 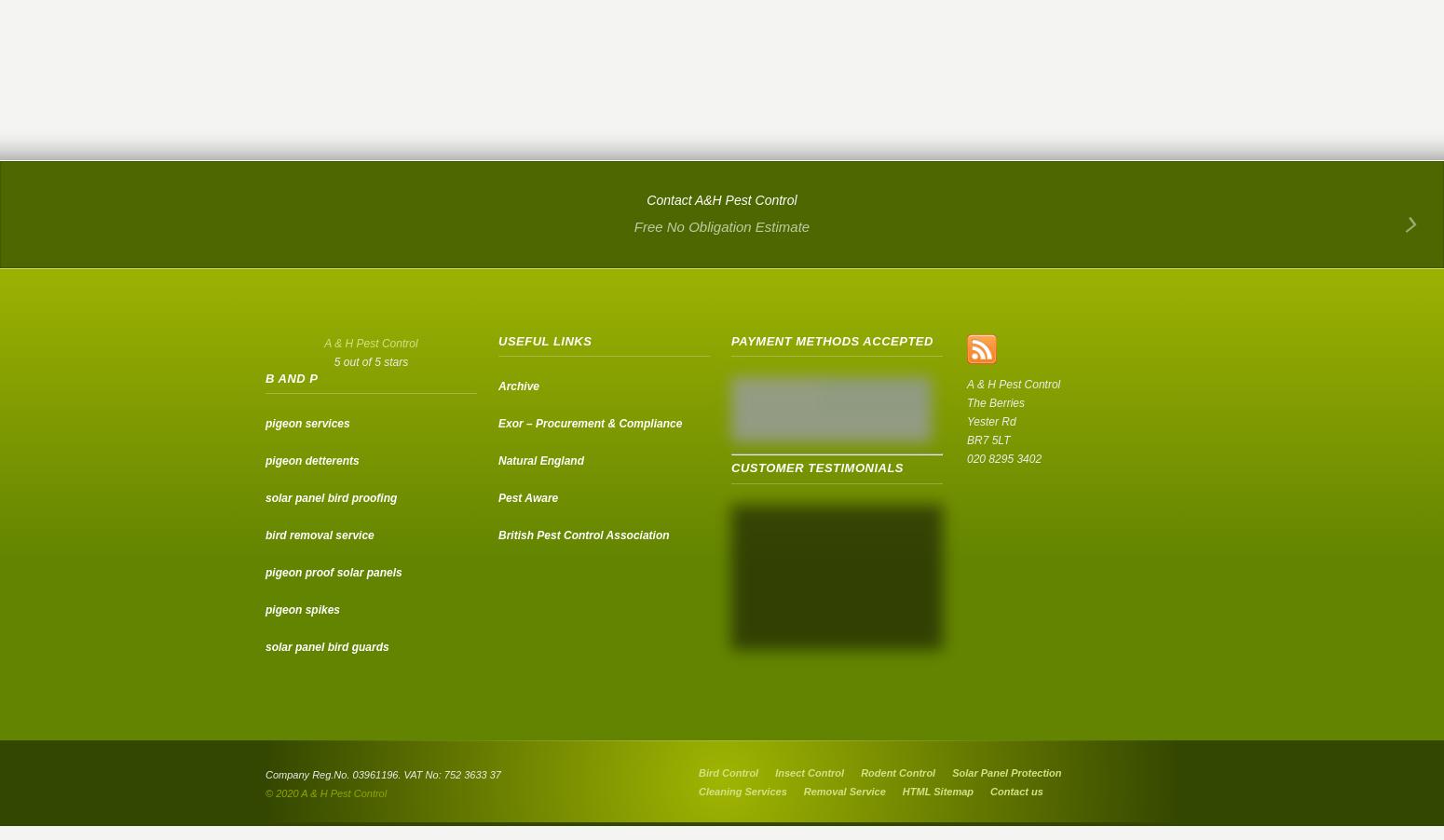 I want to click on 'Bird Control', so click(x=727, y=773).